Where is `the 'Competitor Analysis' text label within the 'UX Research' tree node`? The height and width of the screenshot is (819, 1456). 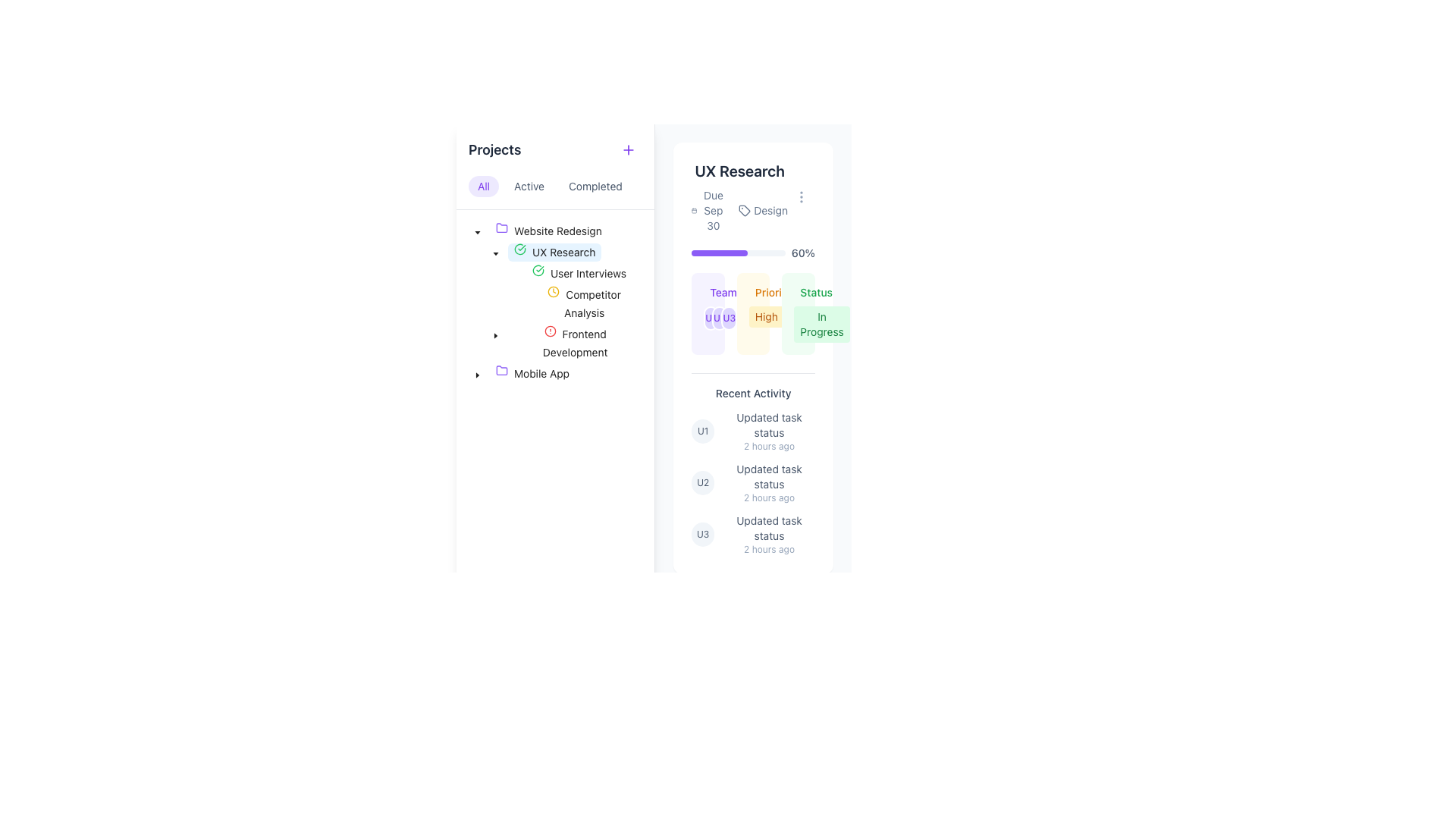 the 'Competitor Analysis' text label within the 'UX Research' tree node is located at coordinates (591, 303).